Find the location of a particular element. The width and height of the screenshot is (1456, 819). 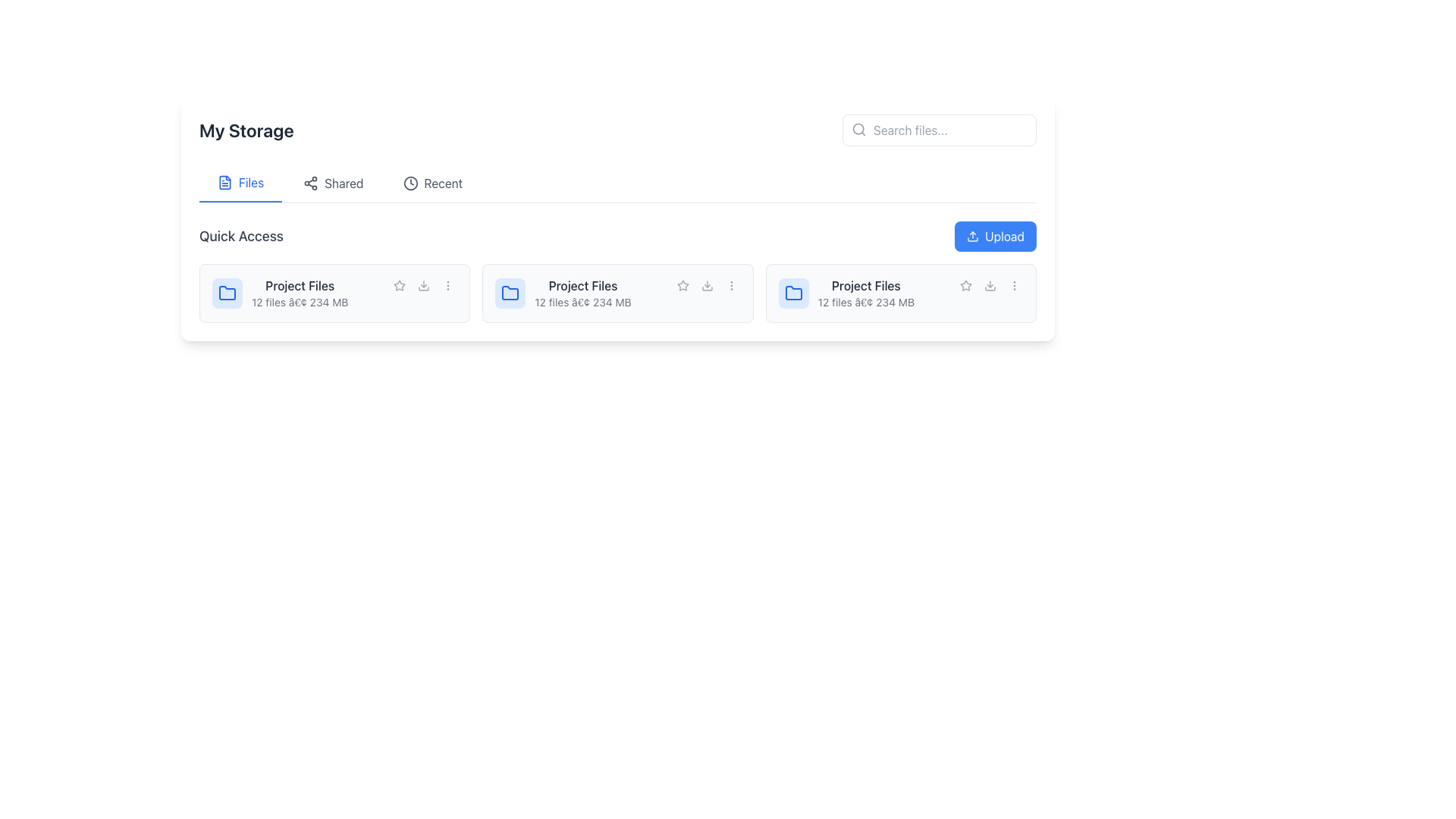

the label or navigation link located in the horizontal navigation bar below the 'My Storage' title, which is between the 'Shared' option and the empty space is located at coordinates (442, 183).